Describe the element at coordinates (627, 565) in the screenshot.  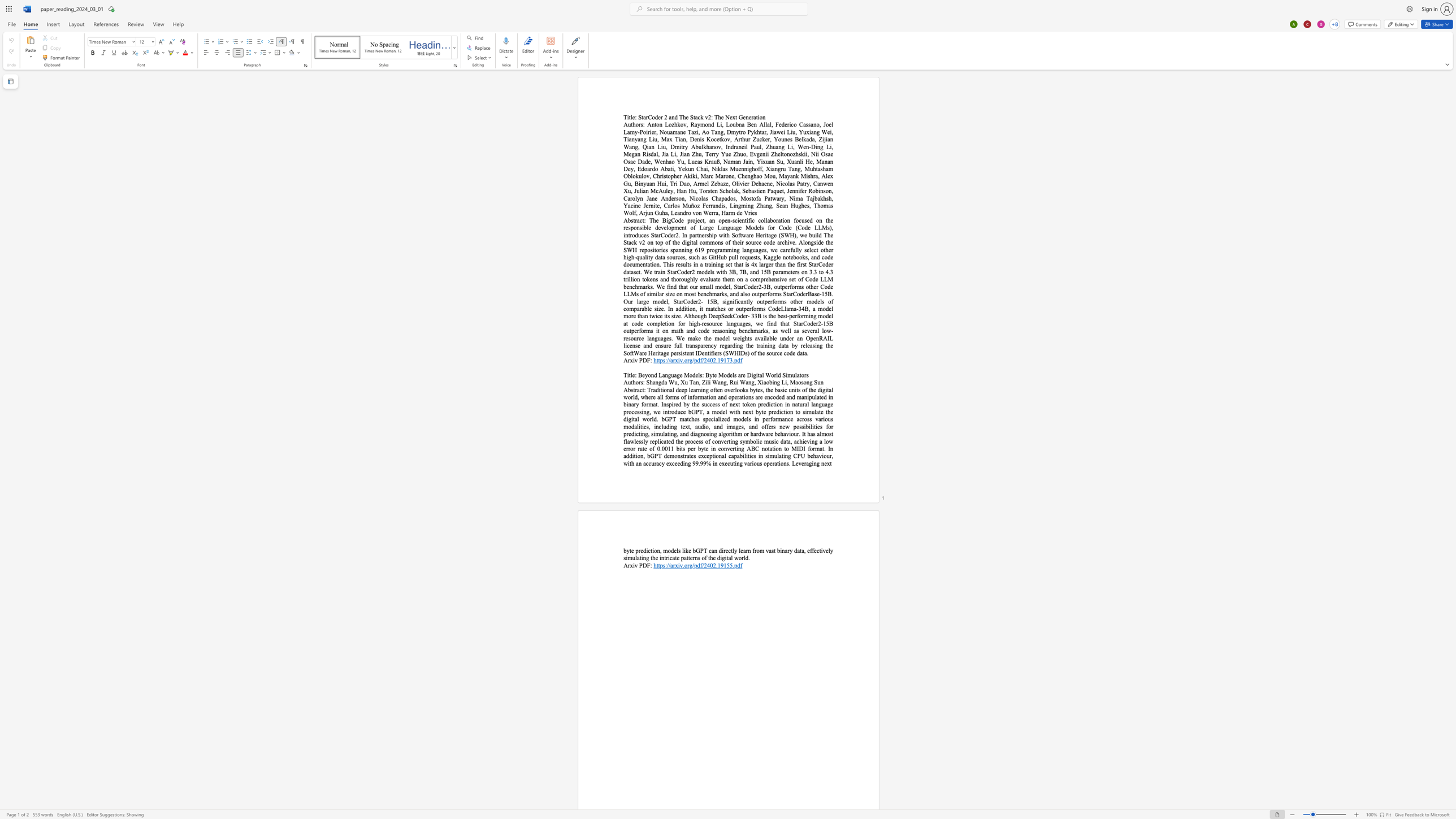
I see `the space between the continuous character "A" and "r" in the text` at that location.